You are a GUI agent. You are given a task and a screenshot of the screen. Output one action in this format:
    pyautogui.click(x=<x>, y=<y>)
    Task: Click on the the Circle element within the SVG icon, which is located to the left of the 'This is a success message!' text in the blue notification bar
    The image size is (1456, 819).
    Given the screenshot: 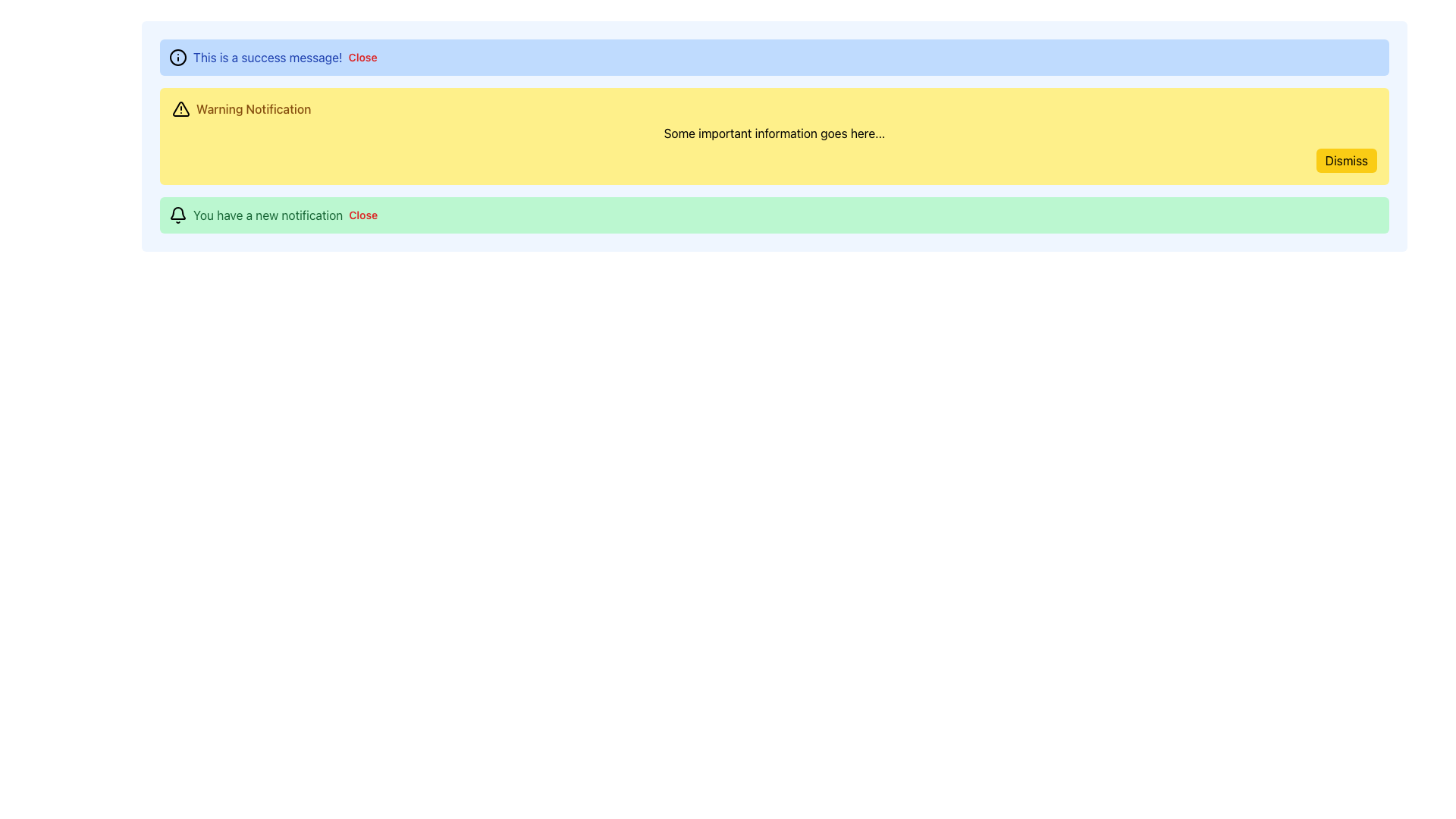 What is the action you would take?
    pyautogui.click(x=178, y=57)
    